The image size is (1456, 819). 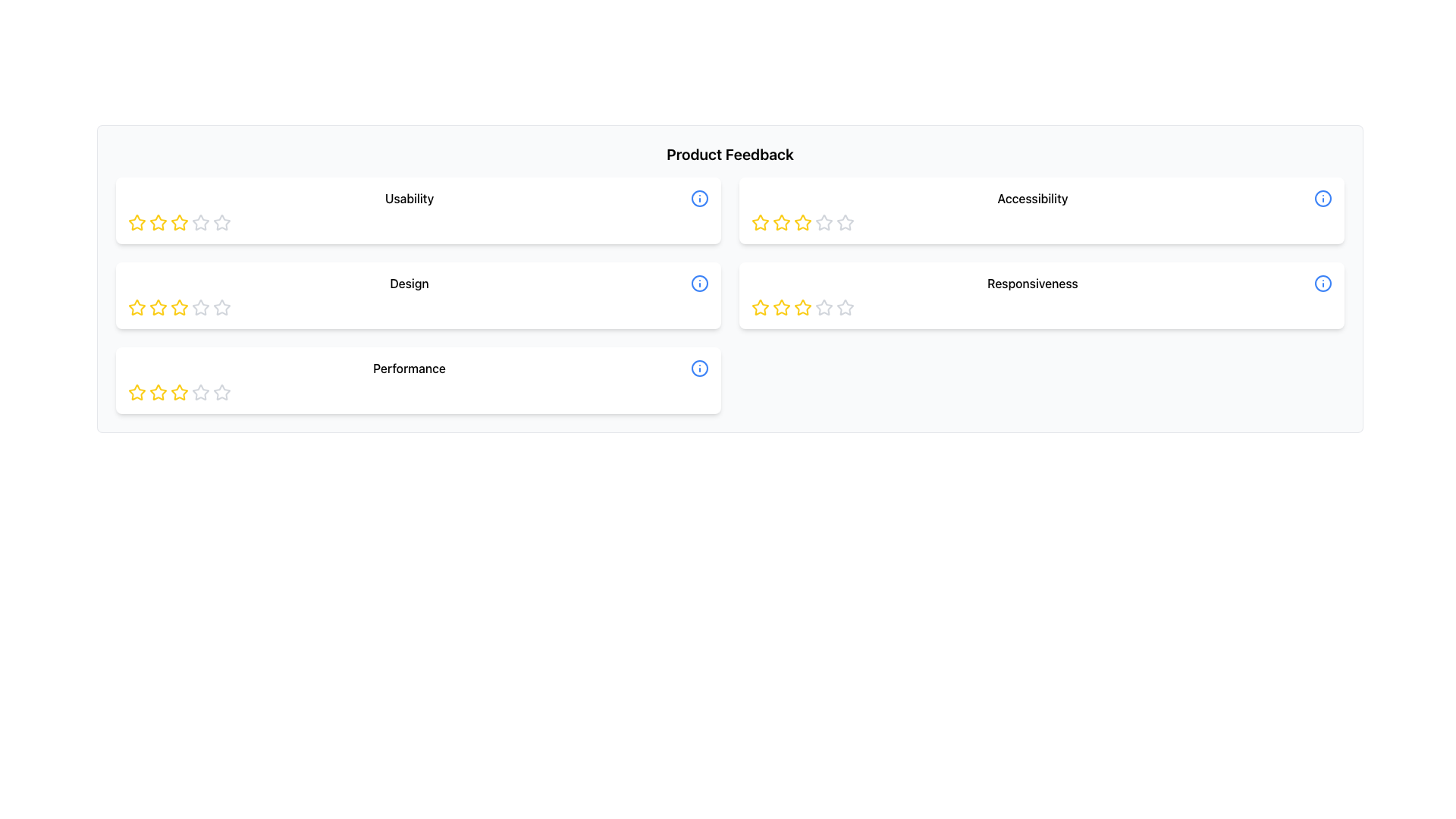 What do you see at coordinates (199, 307) in the screenshot?
I see `the third star-shaped icon representing the rating component in the Design feedback category to rate it` at bounding box center [199, 307].